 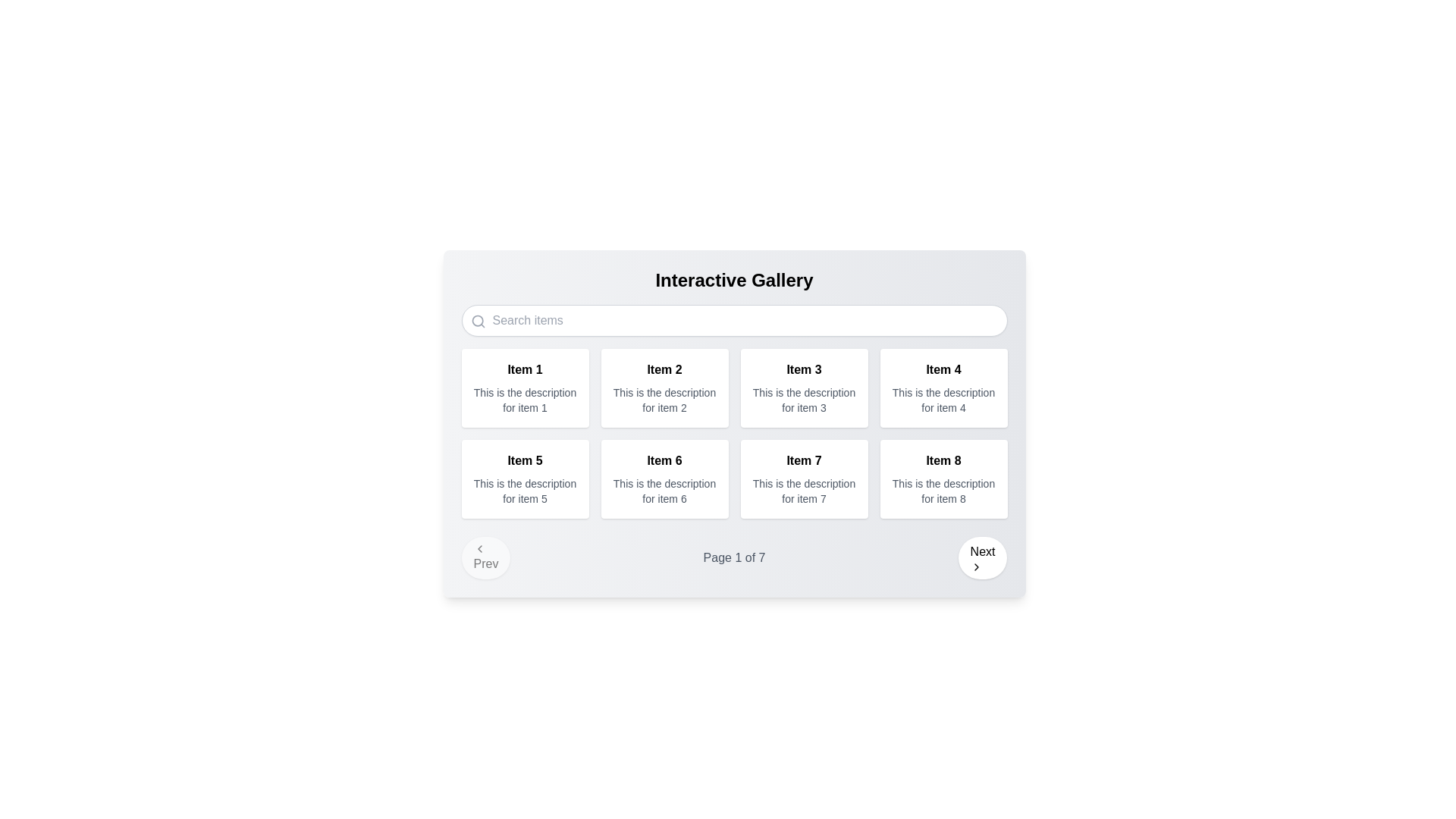 I want to click on the bold text label reading 'Item 5', so click(x=525, y=460).